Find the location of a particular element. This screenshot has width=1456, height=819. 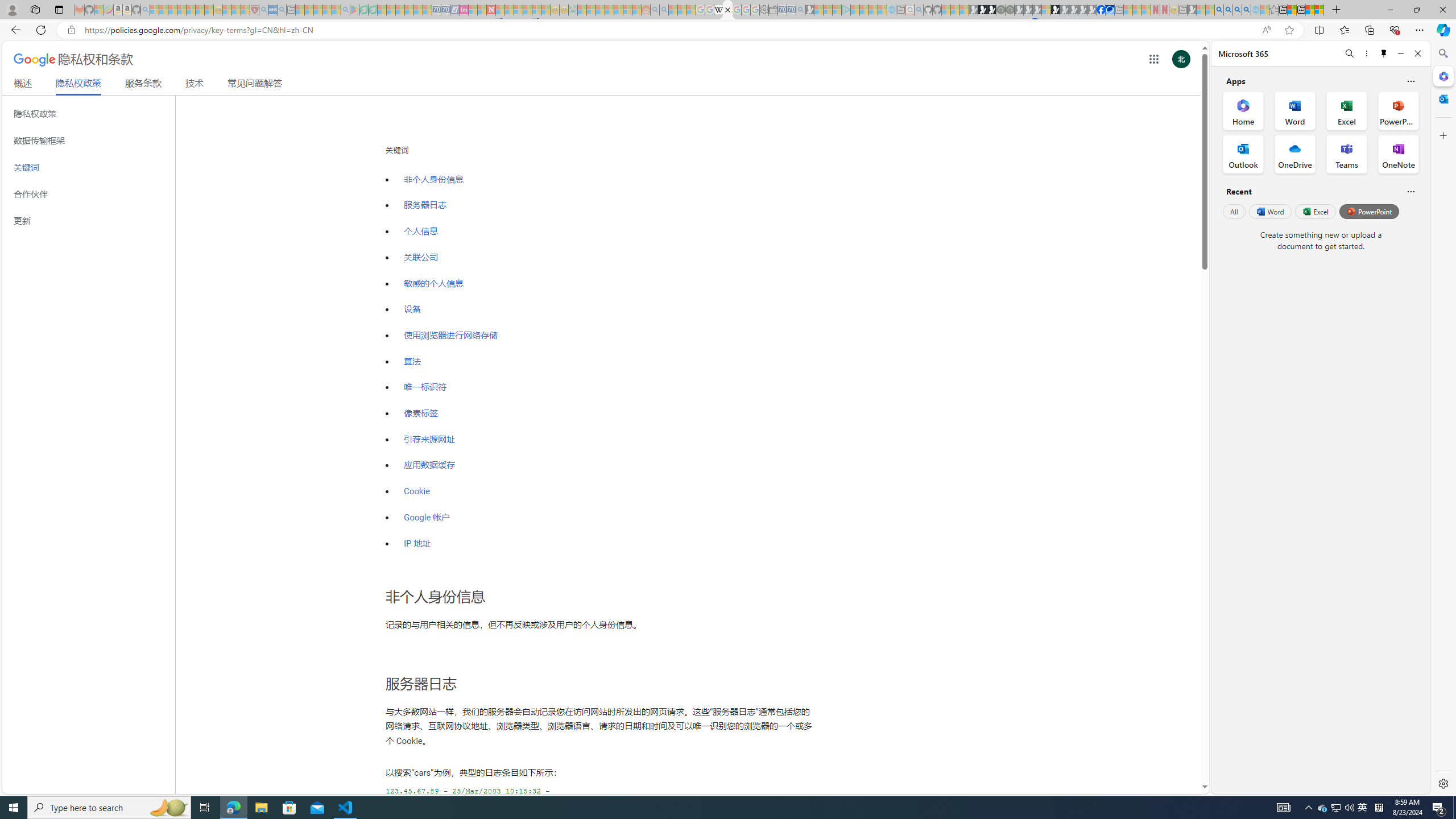

'PowerPoint' is located at coordinates (1368, 211).